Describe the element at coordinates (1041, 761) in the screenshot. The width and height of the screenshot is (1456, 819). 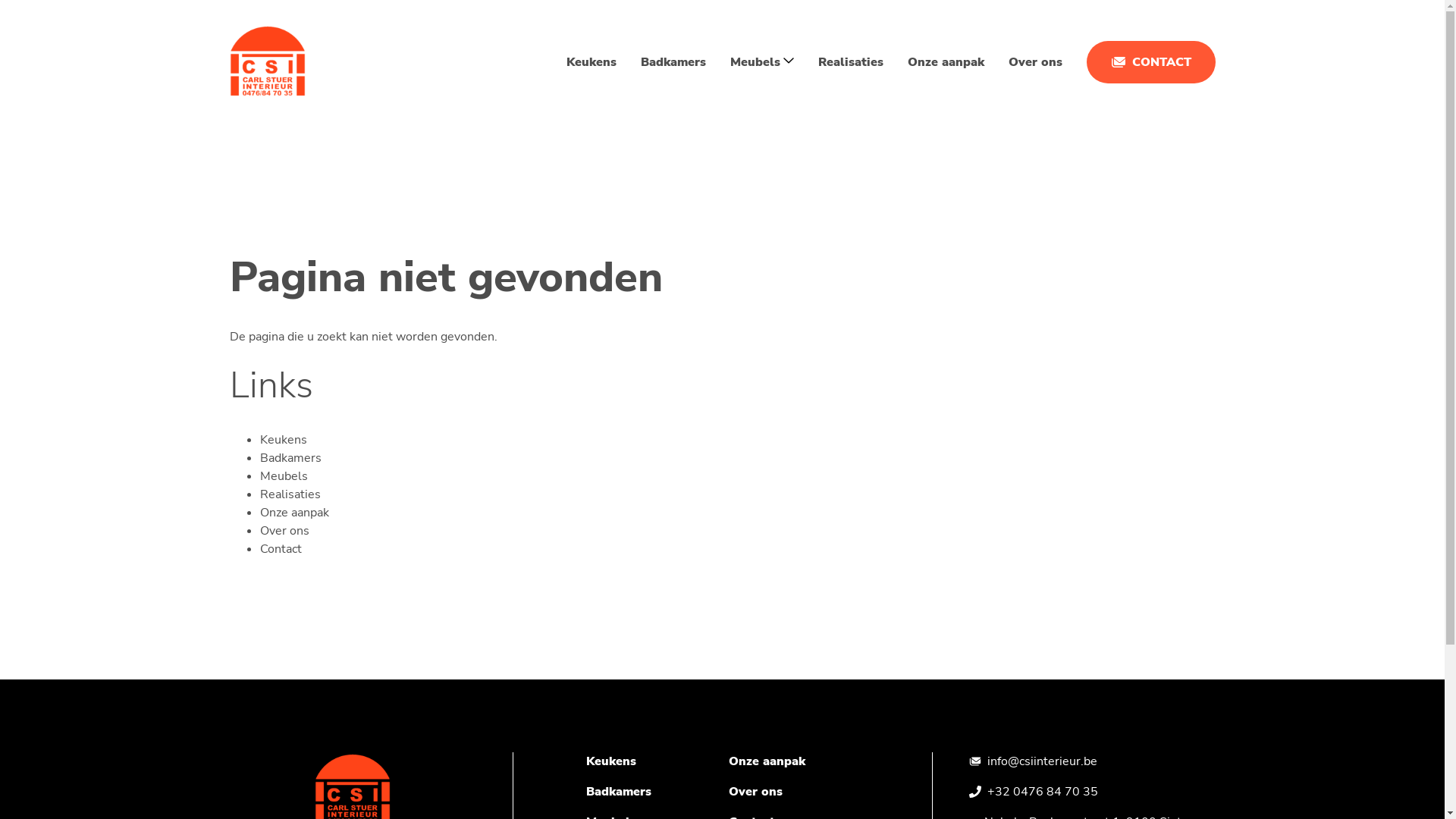
I see `'info@csiinterieur.be'` at that location.